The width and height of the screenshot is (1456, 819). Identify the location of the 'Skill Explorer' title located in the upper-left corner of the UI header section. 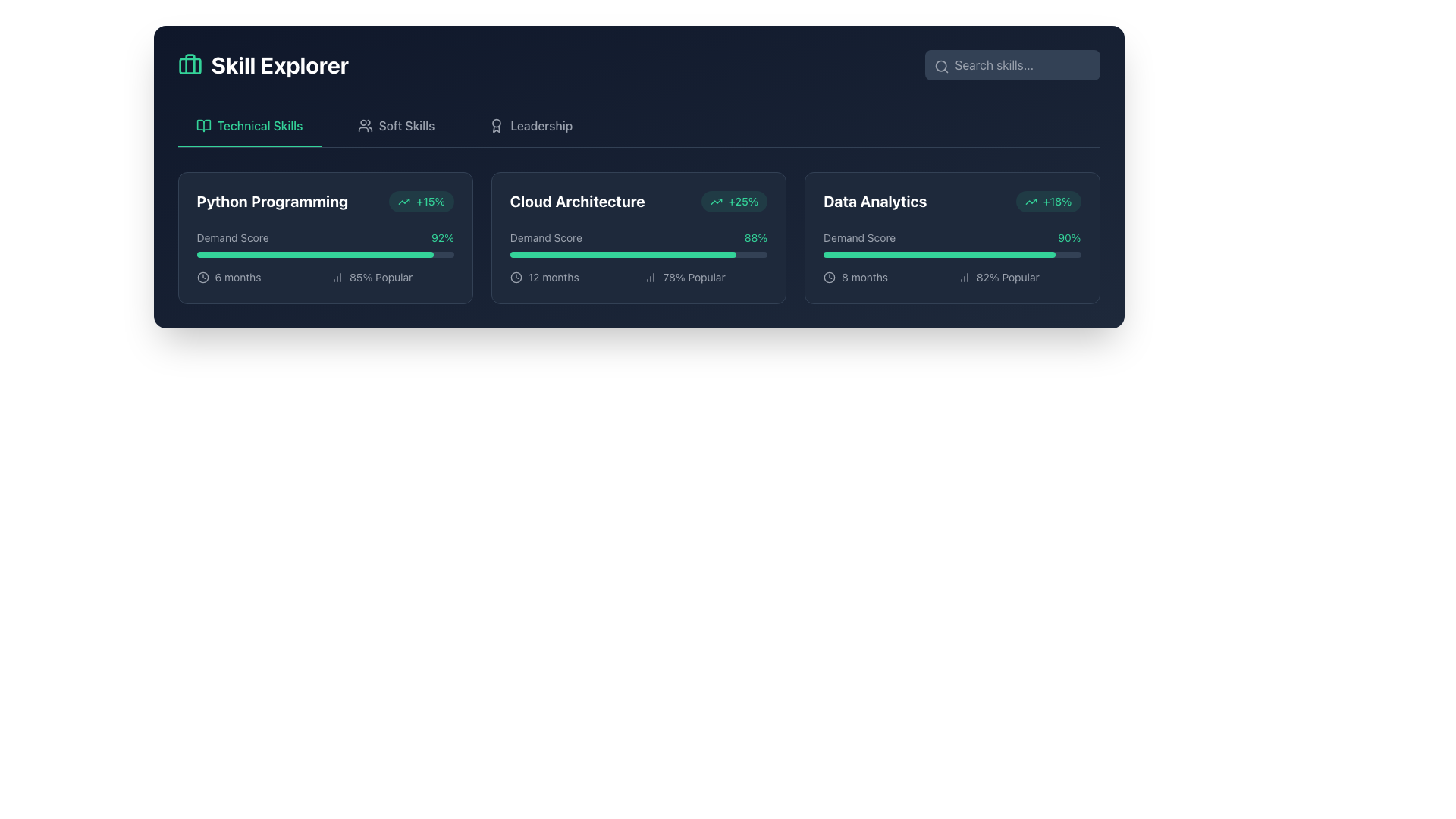
(263, 64).